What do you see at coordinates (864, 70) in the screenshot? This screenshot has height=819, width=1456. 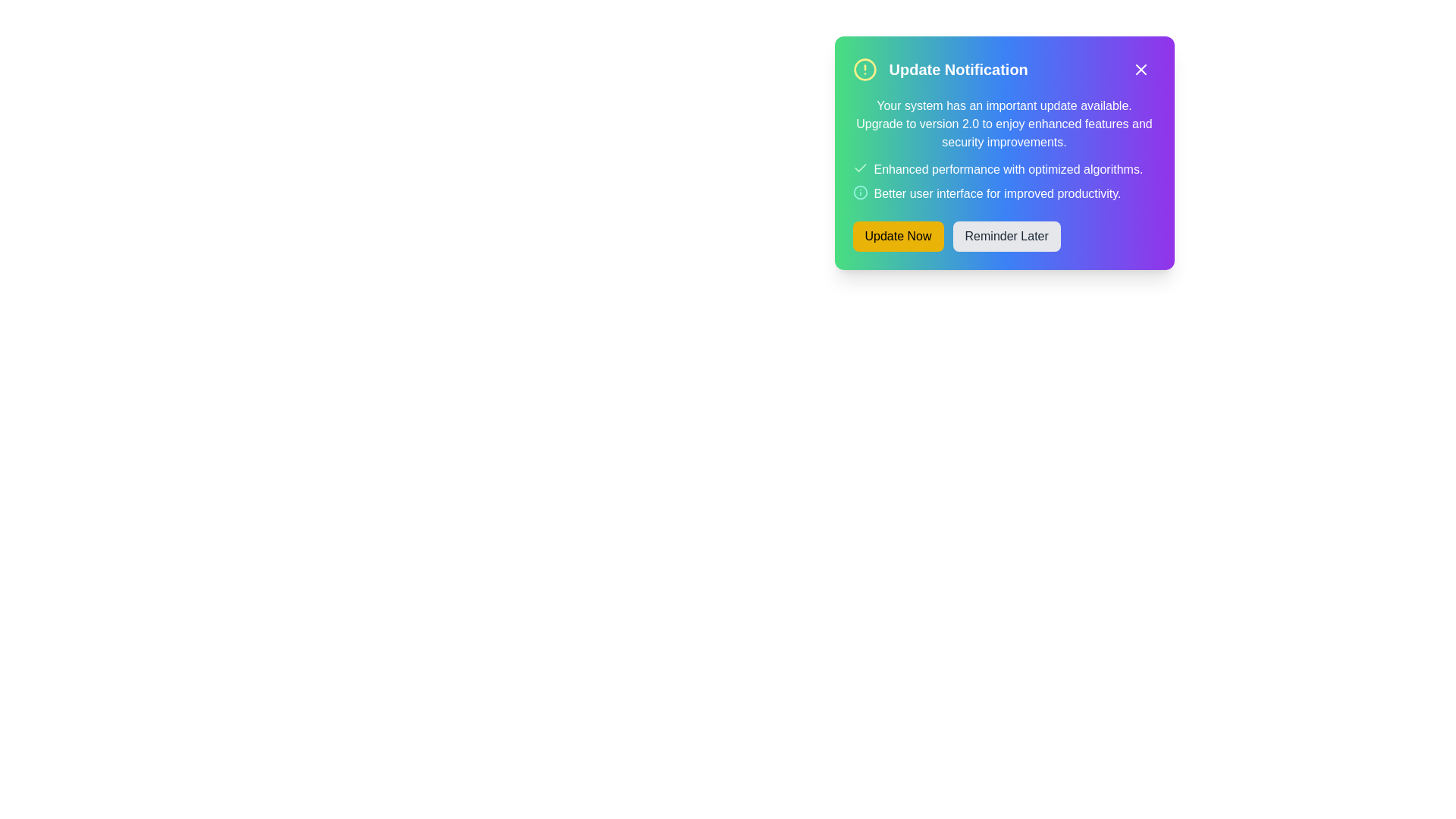 I see `the circular warning icon that resembles a yellow exclamation mark, located to the left of the 'Update Notification' title in the notification box` at bounding box center [864, 70].